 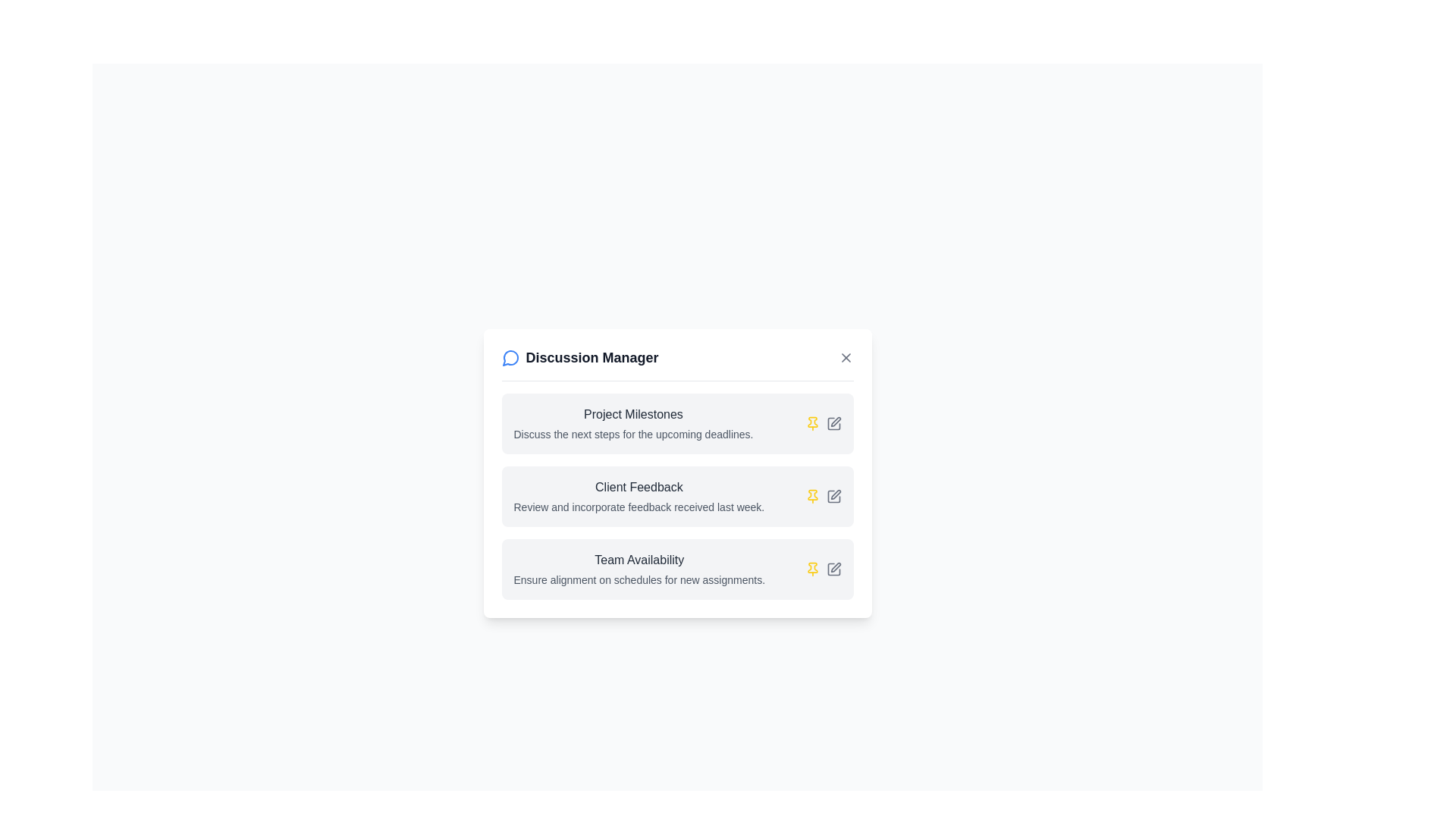 I want to click on the clickable icon in the bottom-right corner of the 'Team Availability' discussion card, so click(x=833, y=569).